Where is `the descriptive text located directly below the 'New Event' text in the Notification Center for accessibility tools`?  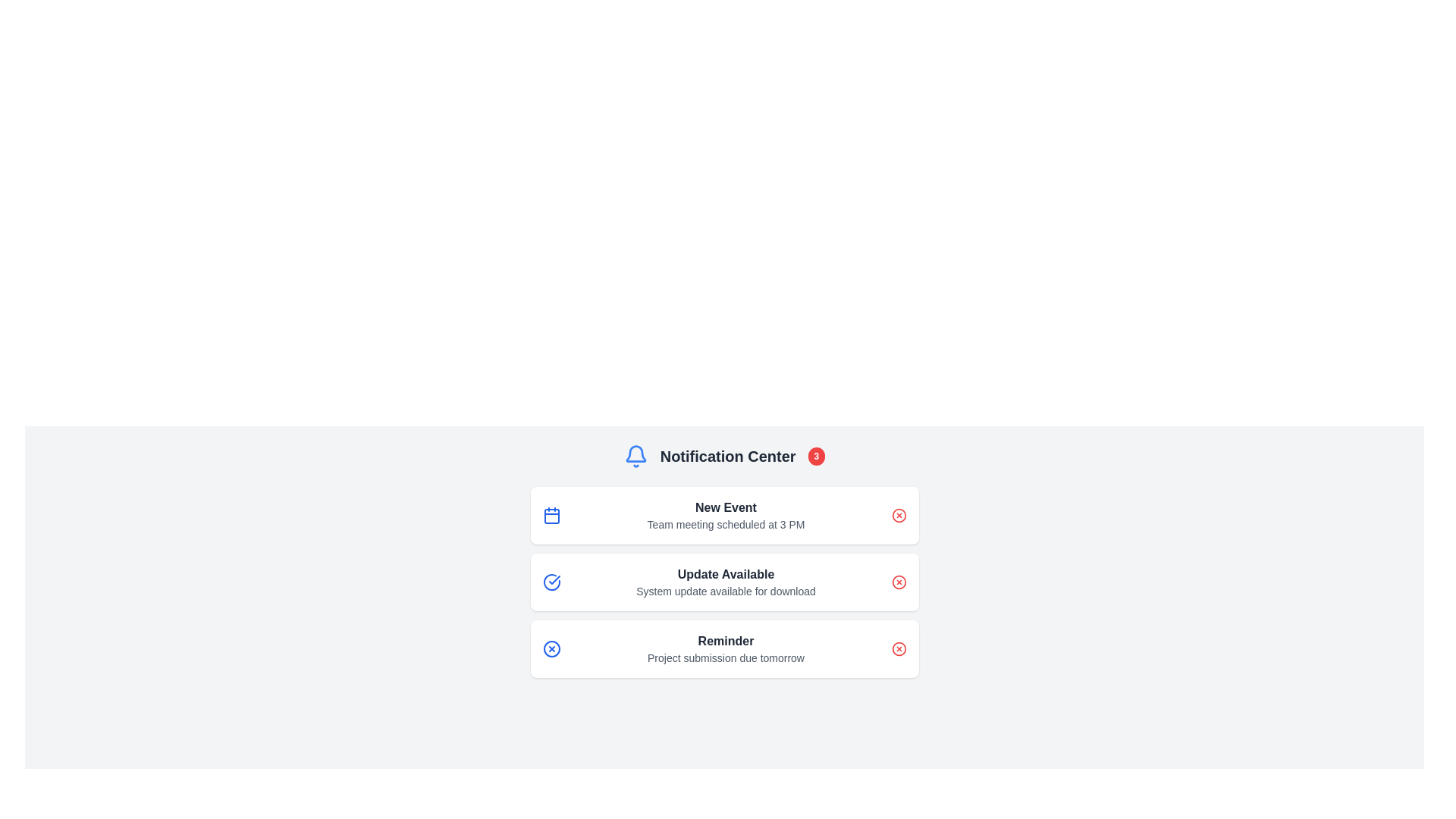
the descriptive text located directly below the 'New Event' text in the Notification Center for accessibility tools is located at coordinates (725, 523).